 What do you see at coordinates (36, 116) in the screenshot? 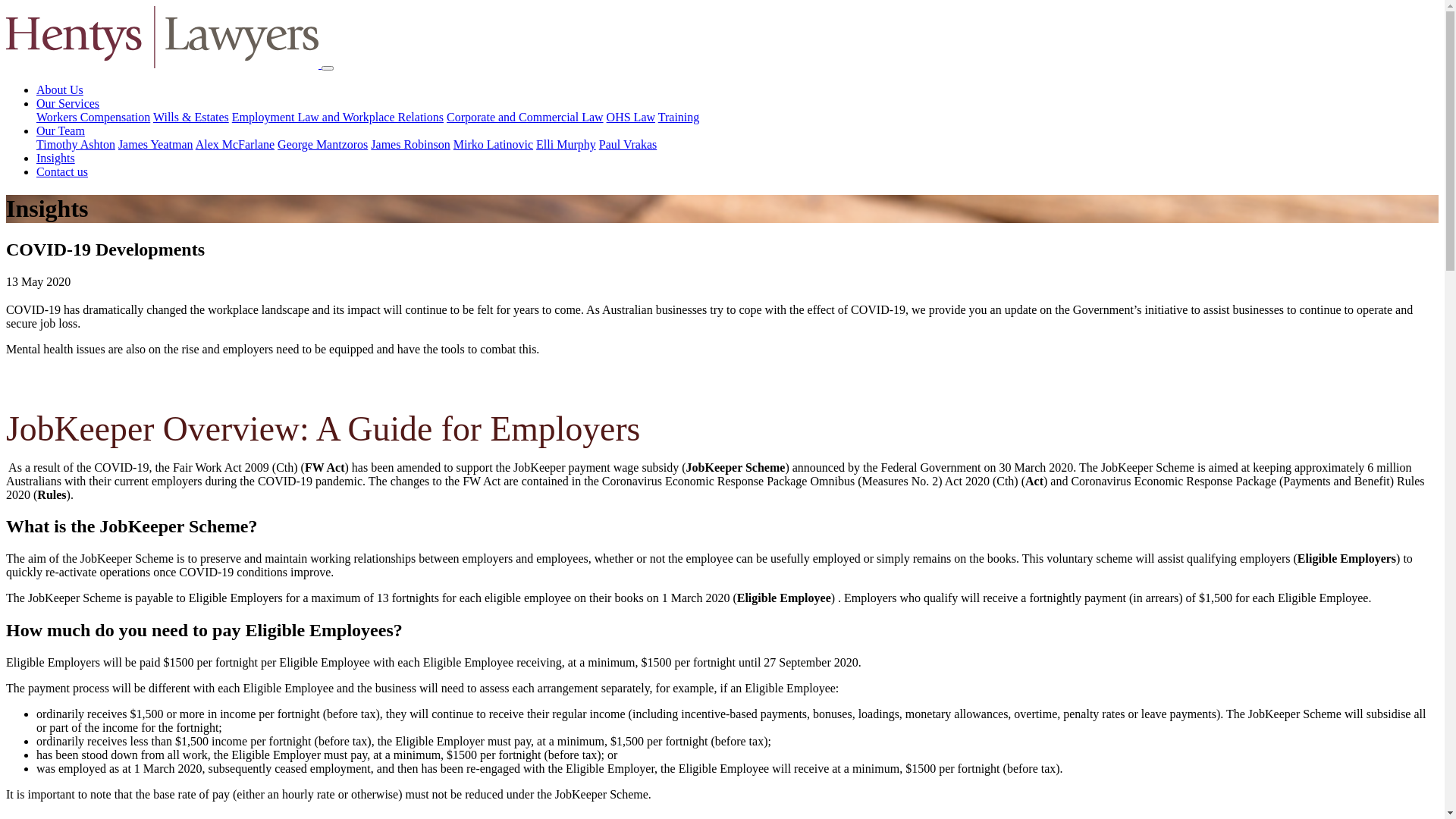
I see `'Workers Compensation'` at bounding box center [36, 116].